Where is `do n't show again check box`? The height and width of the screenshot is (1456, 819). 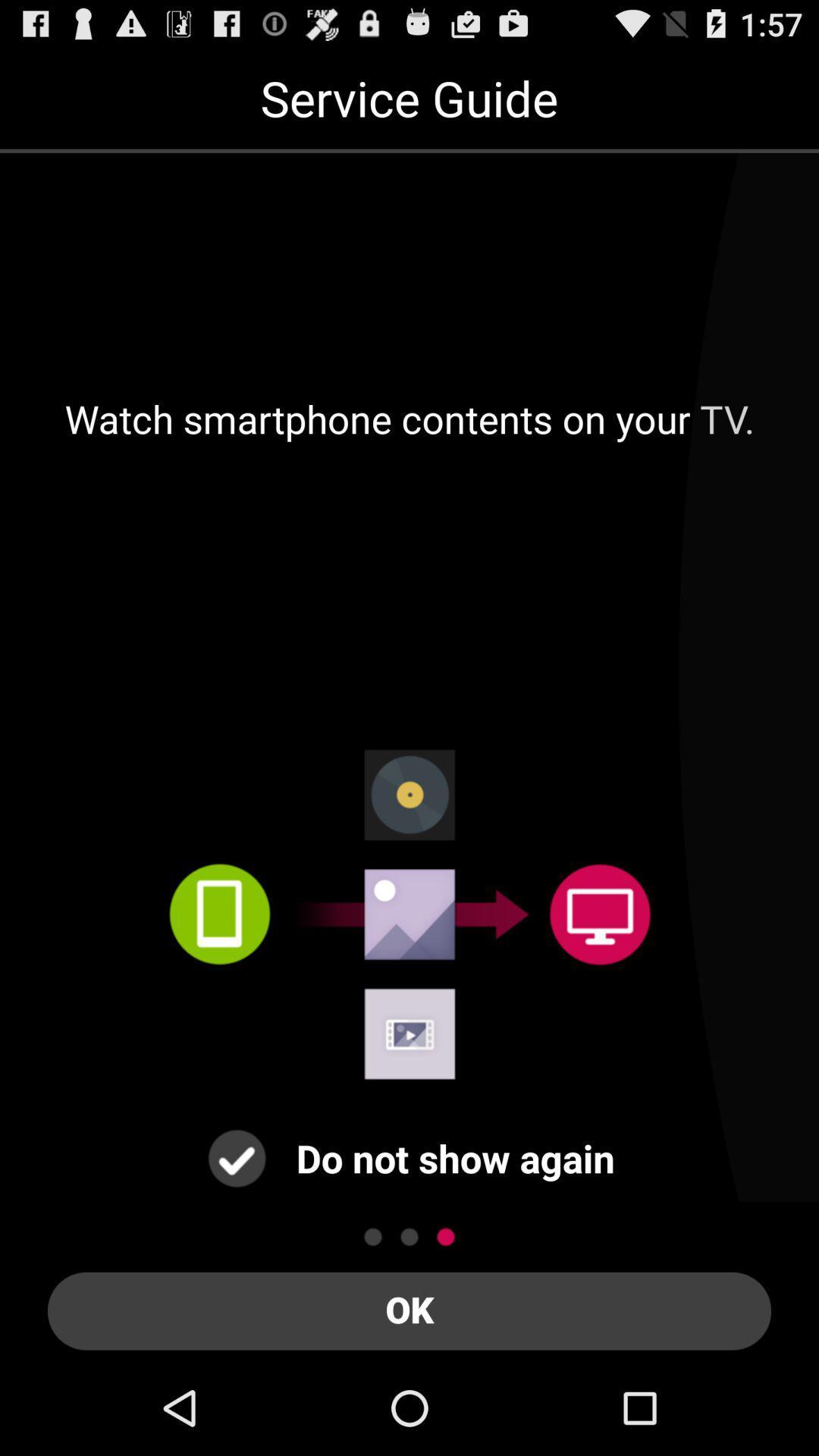 do n't show again check box is located at coordinates (237, 1157).